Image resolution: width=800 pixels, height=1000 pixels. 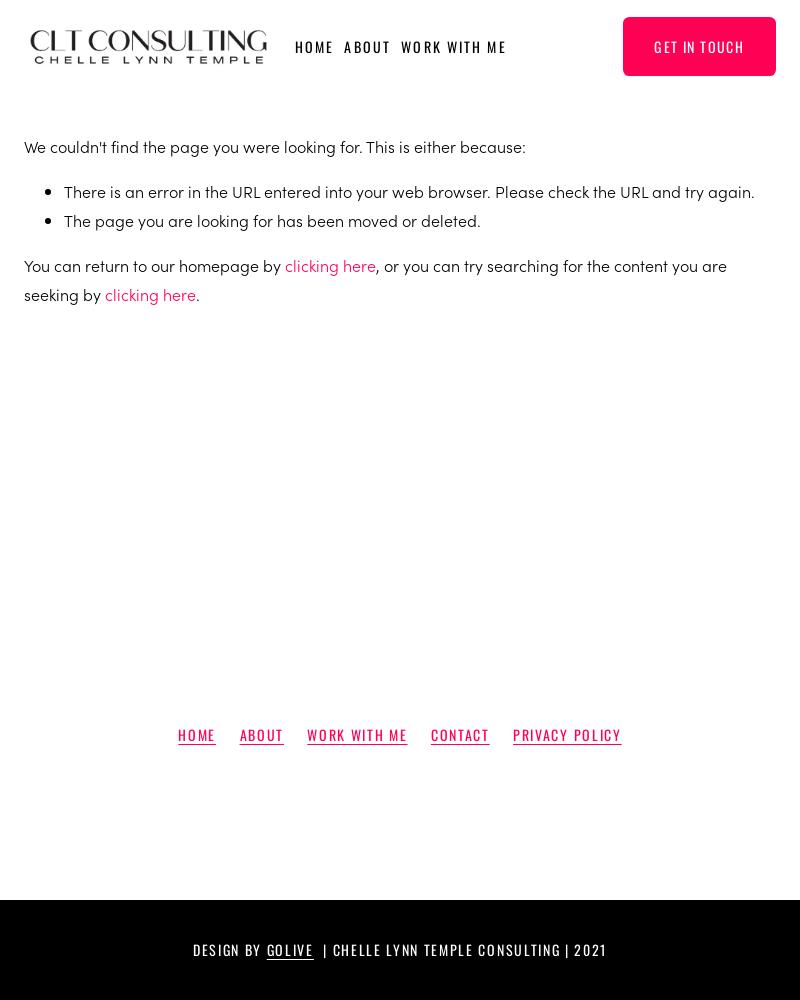 I want to click on 'Privacy Policy', so click(x=511, y=732).